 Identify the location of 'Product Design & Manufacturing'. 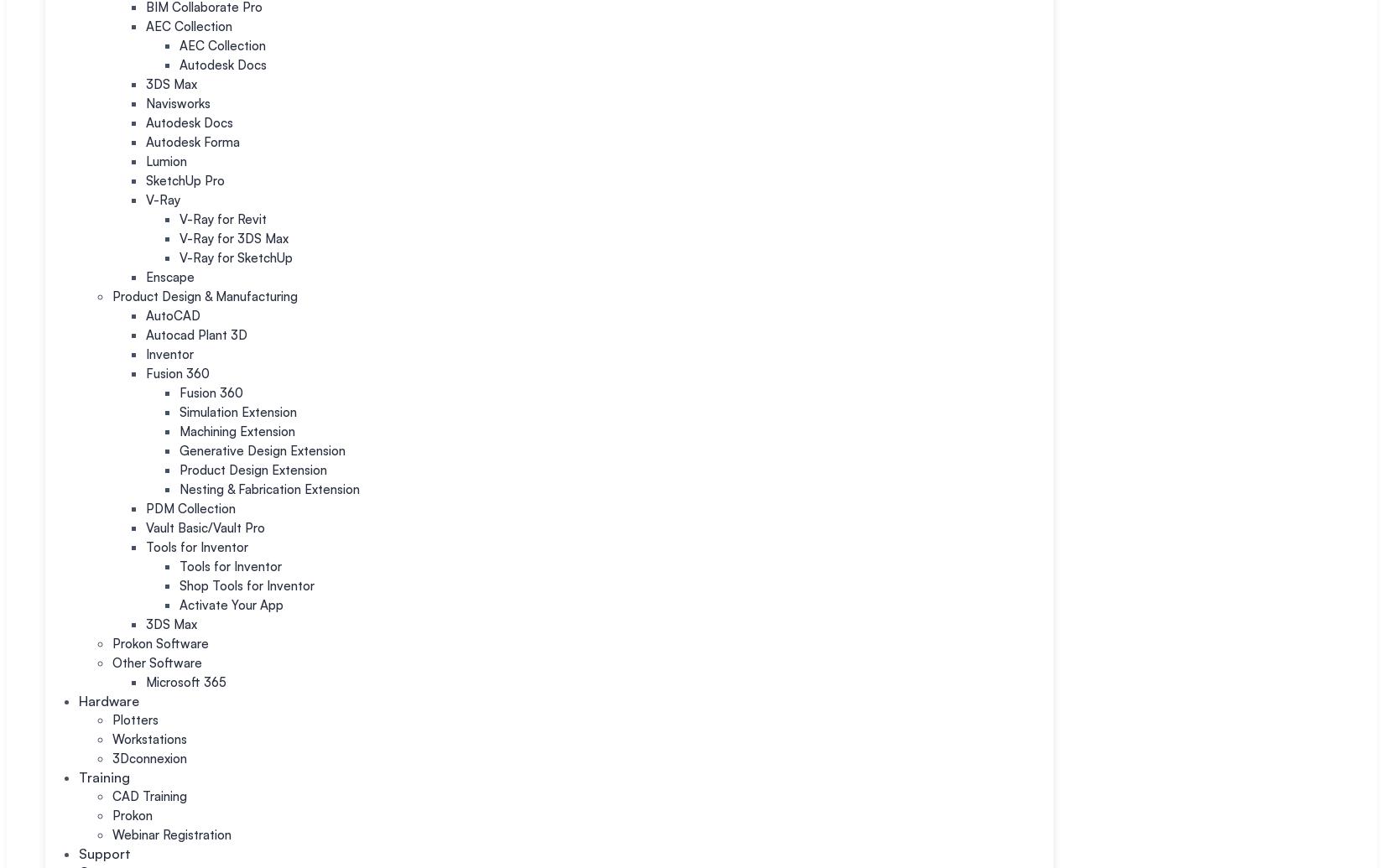
(205, 296).